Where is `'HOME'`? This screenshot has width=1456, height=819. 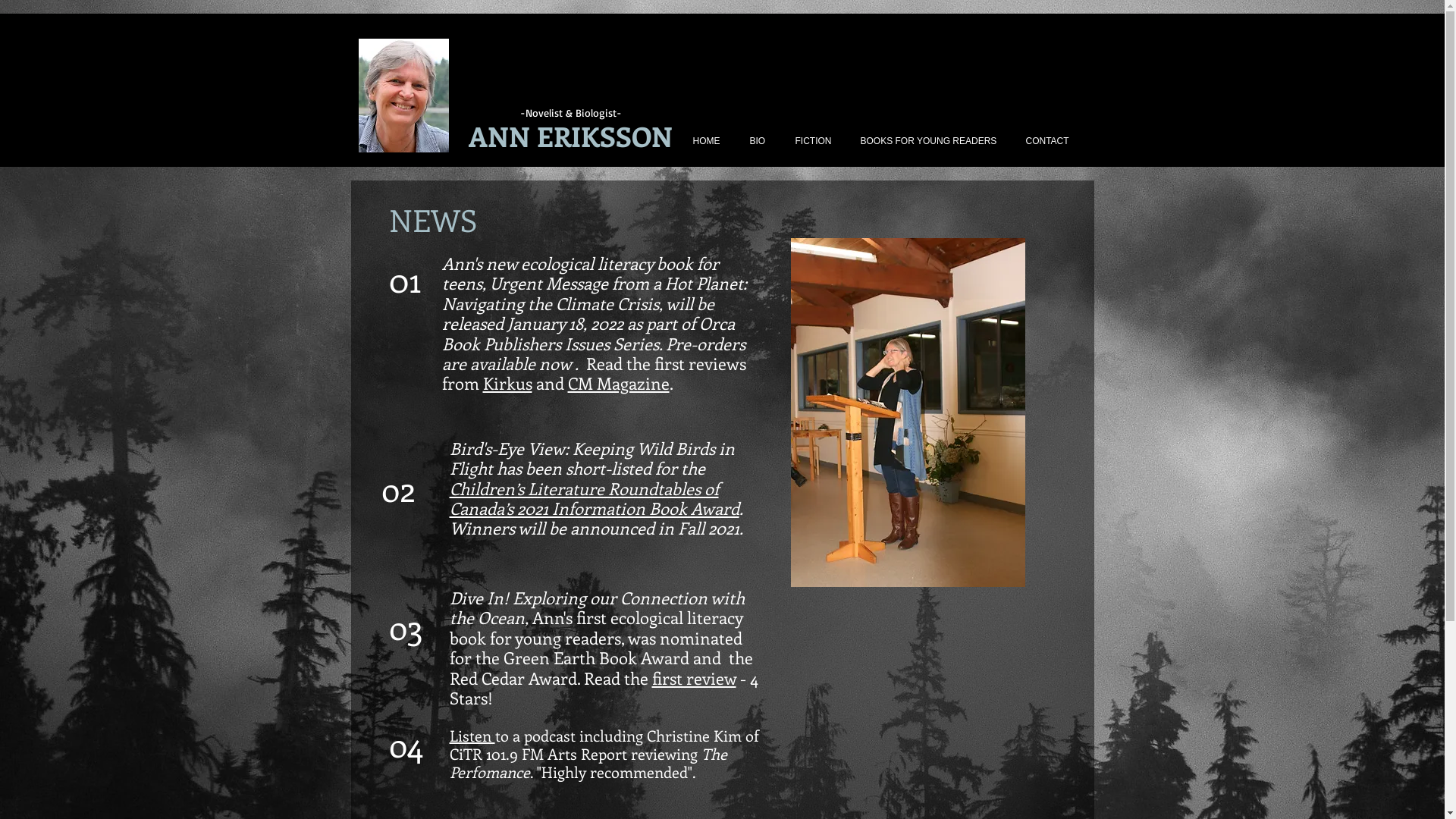
'HOME' is located at coordinates (711, 141).